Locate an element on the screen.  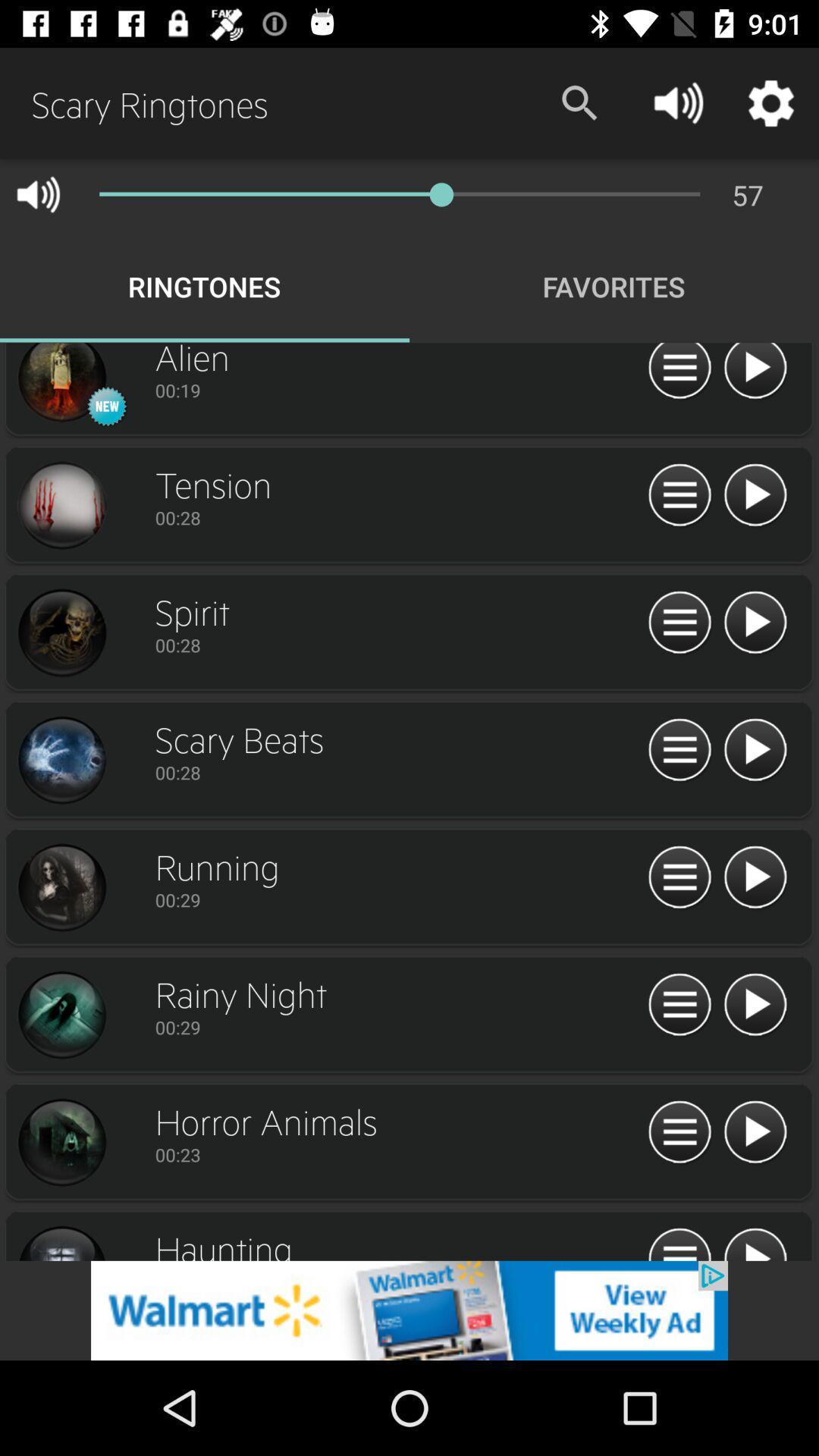
insert into playlist is located at coordinates (679, 877).